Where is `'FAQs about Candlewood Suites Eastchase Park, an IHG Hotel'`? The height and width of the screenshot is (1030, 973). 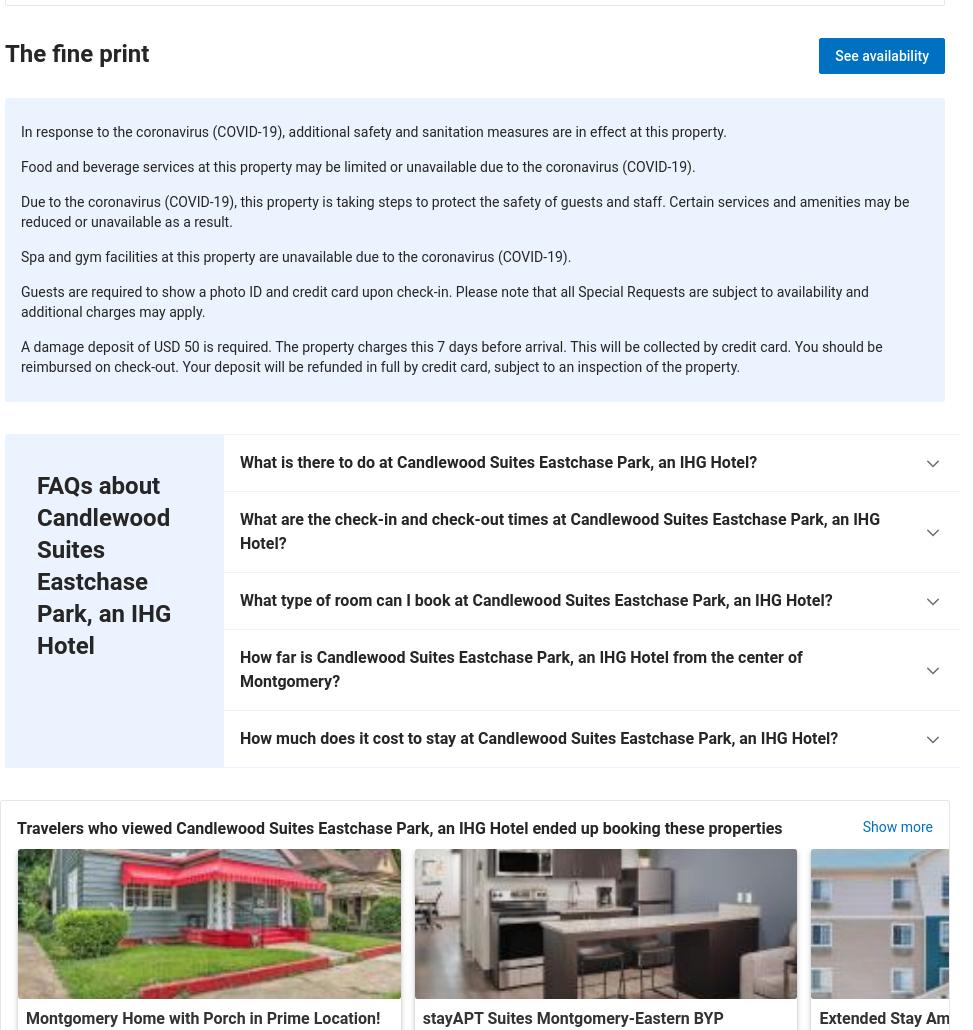
'FAQs about Candlewood Suites Eastchase Park, an IHG Hotel' is located at coordinates (103, 564).